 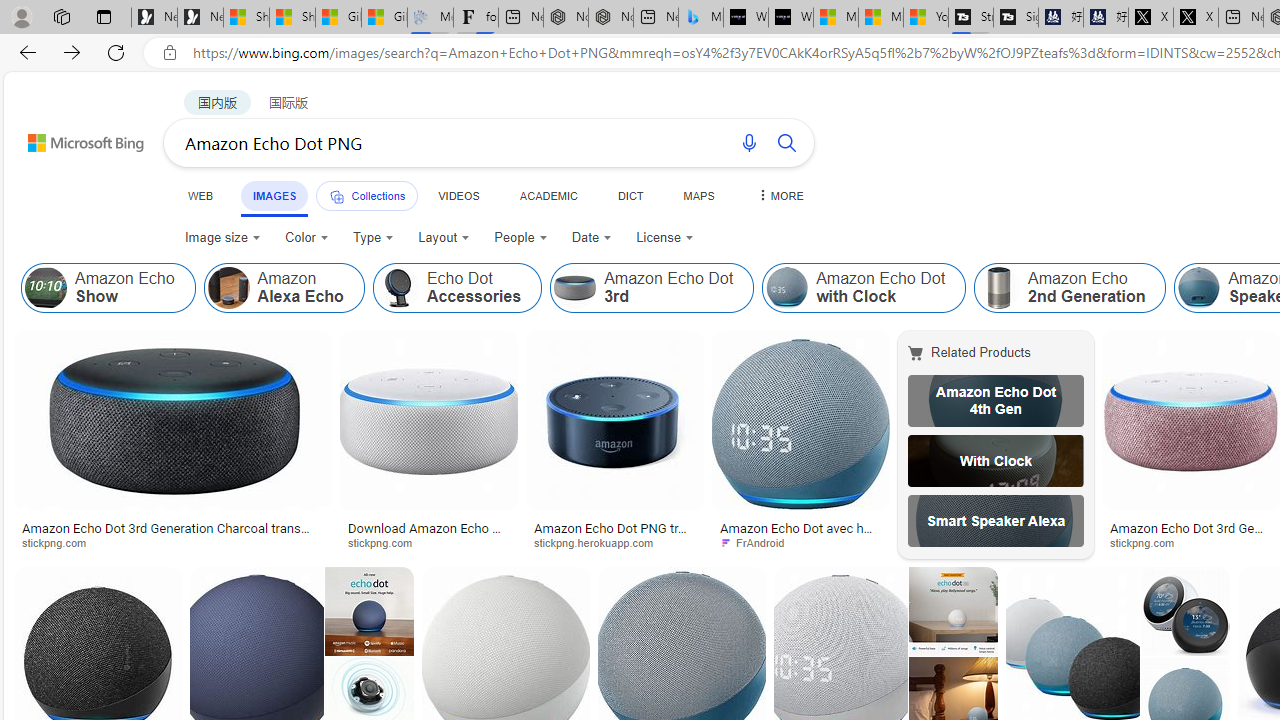 I want to click on 'Amazon Alexa Echo', so click(x=228, y=288).